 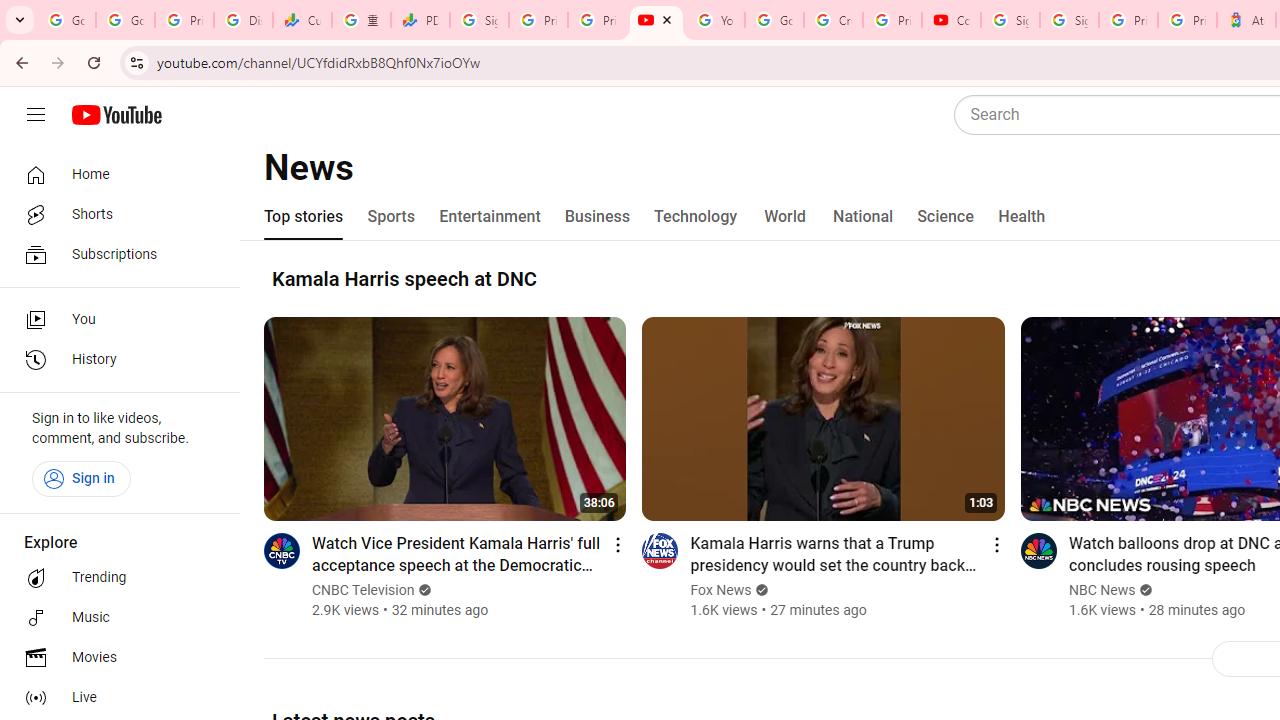 What do you see at coordinates (35, 115) in the screenshot?
I see `'Guide'` at bounding box center [35, 115].